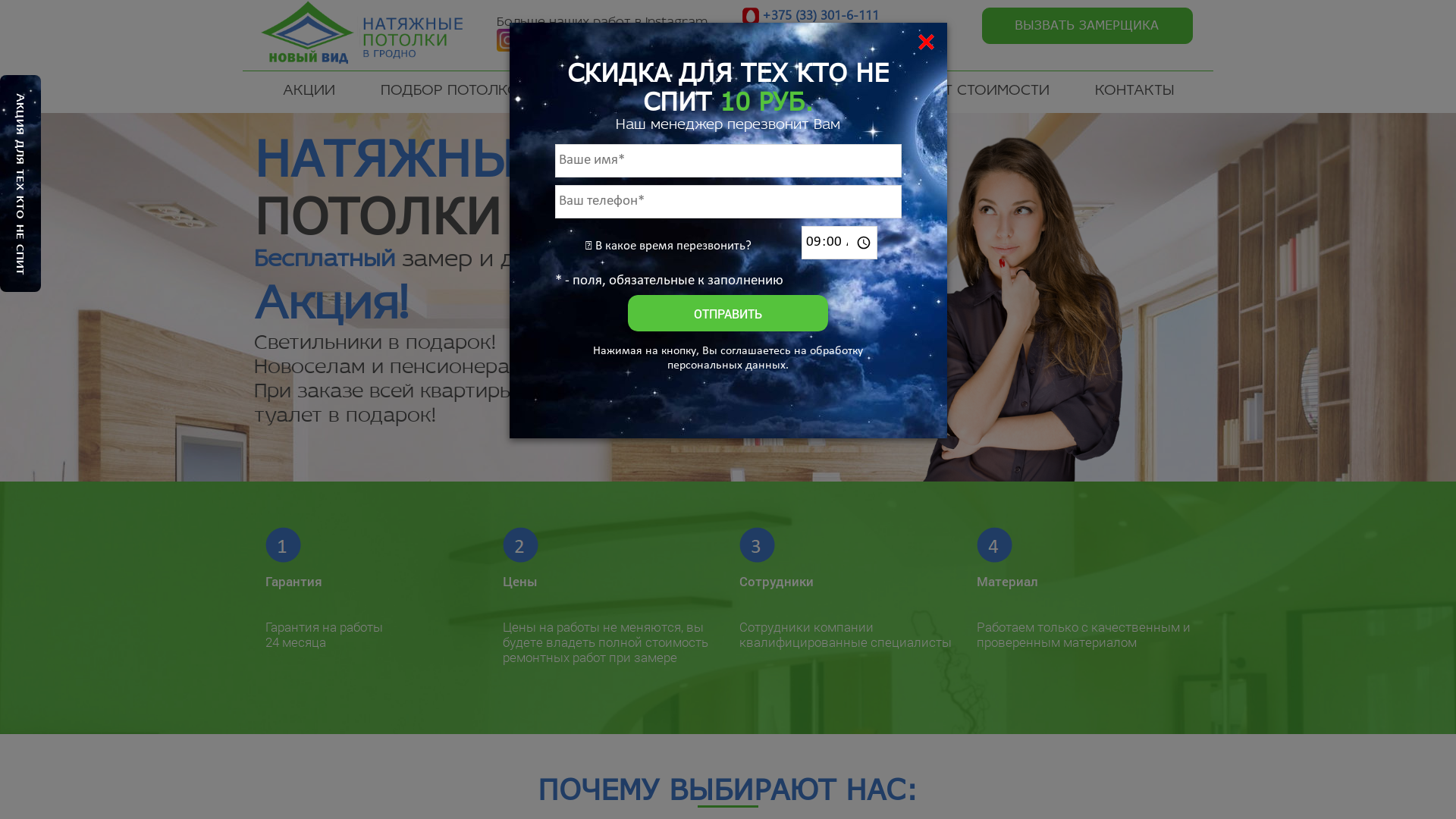  What do you see at coordinates (607, 53) in the screenshot?
I see `'@potolok_new_grodno'` at bounding box center [607, 53].